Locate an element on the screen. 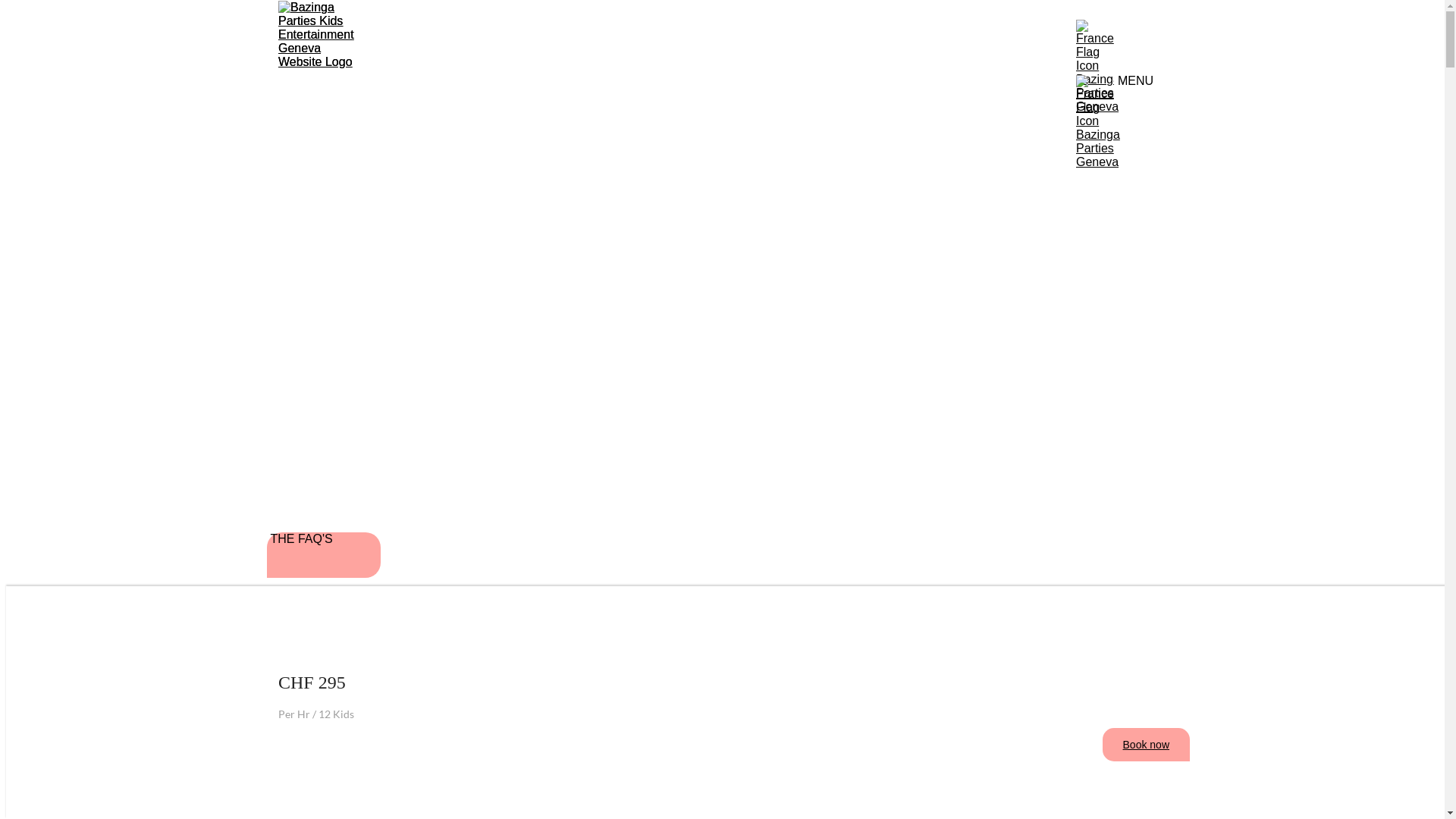 The width and height of the screenshot is (1456, 819). 'Book now' is located at coordinates (1103, 744).